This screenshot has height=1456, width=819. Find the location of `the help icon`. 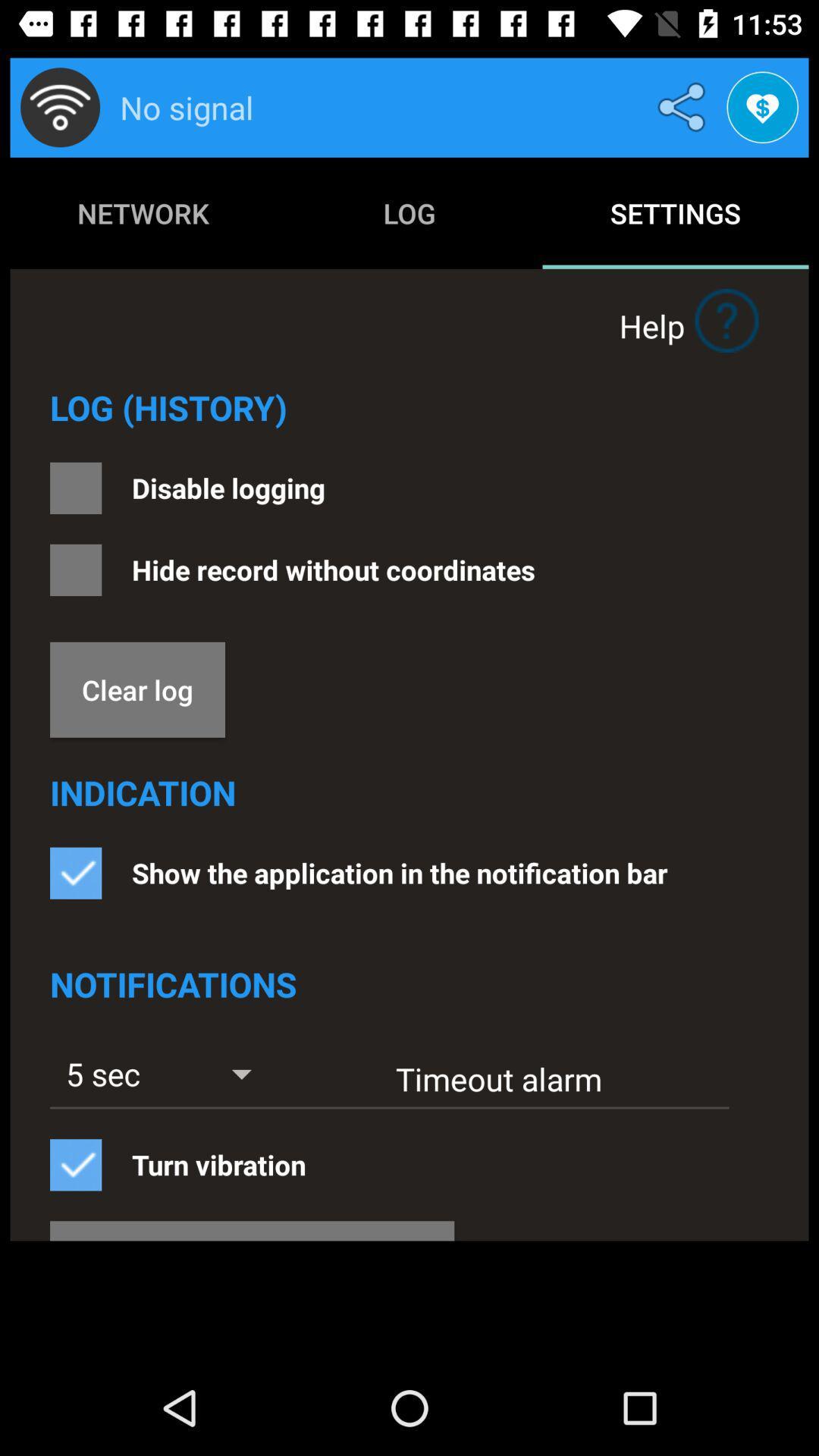

the help icon is located at coordinates (726, 319).